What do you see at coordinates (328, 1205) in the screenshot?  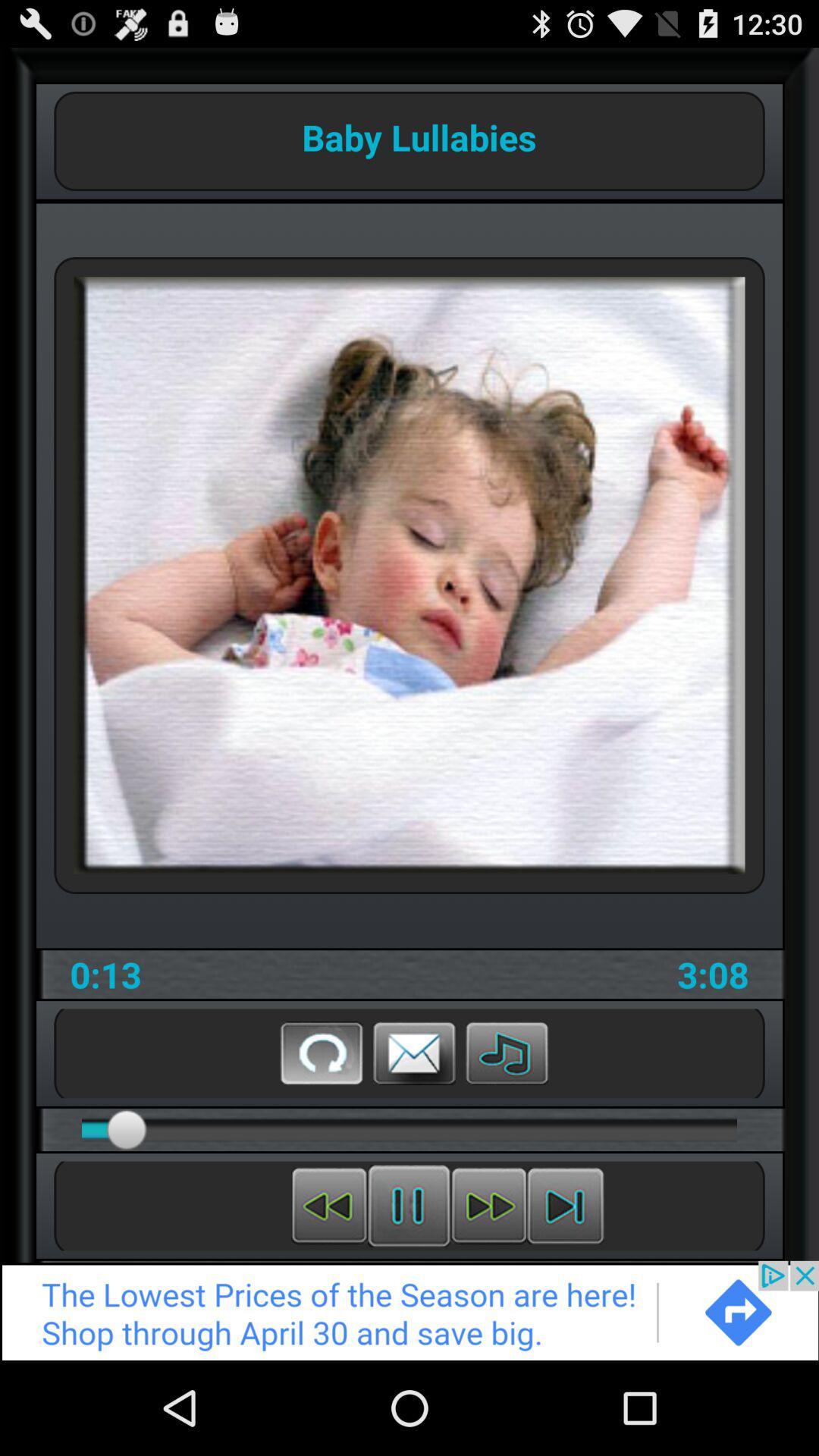 I see `previous option` at bounding box center [328, 1205].